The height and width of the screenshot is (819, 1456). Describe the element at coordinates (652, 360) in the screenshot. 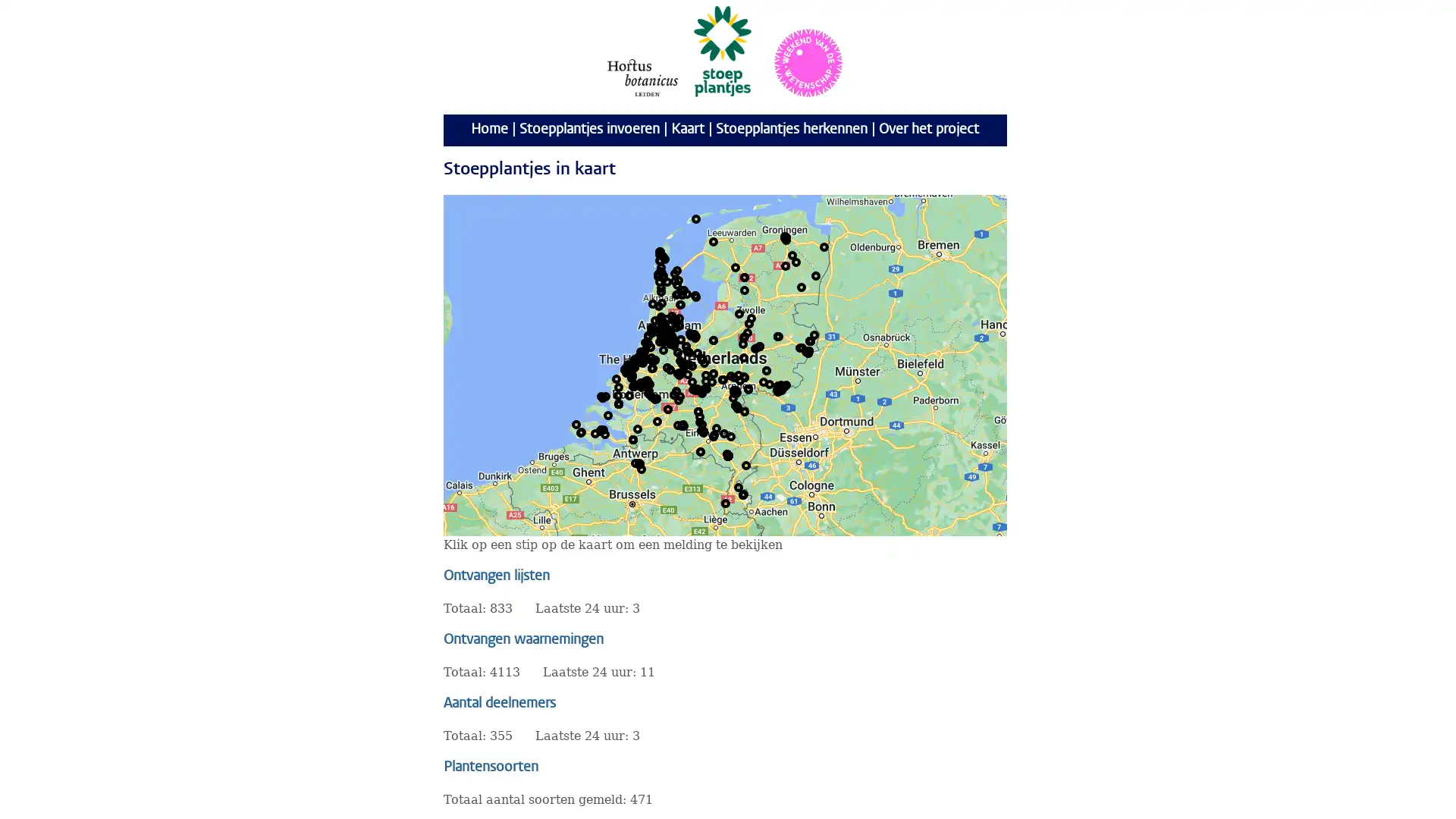

I see `Telling van op 26 februari 2022` at that location.